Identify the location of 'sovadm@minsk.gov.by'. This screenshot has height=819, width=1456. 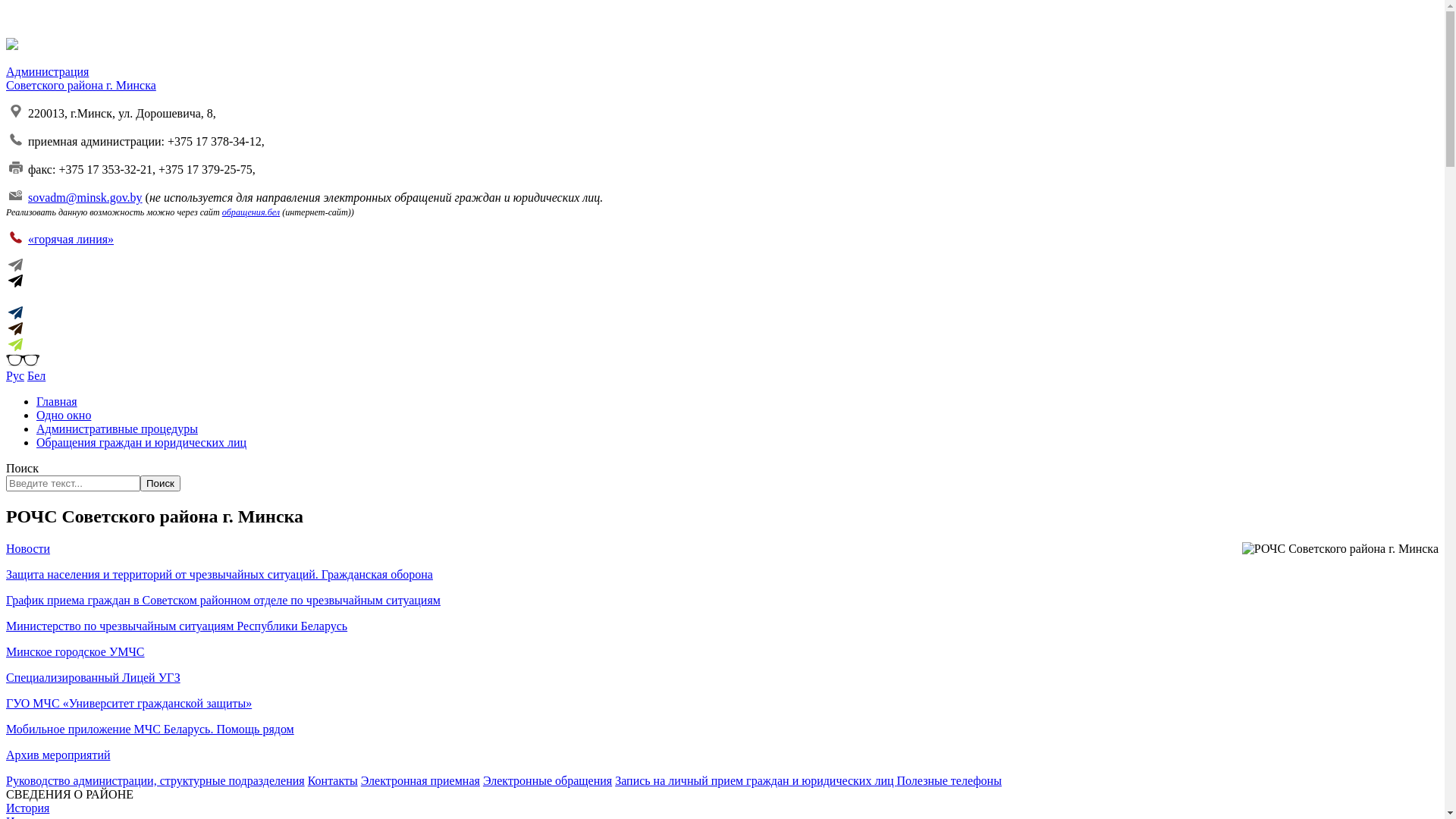
(28, 196).